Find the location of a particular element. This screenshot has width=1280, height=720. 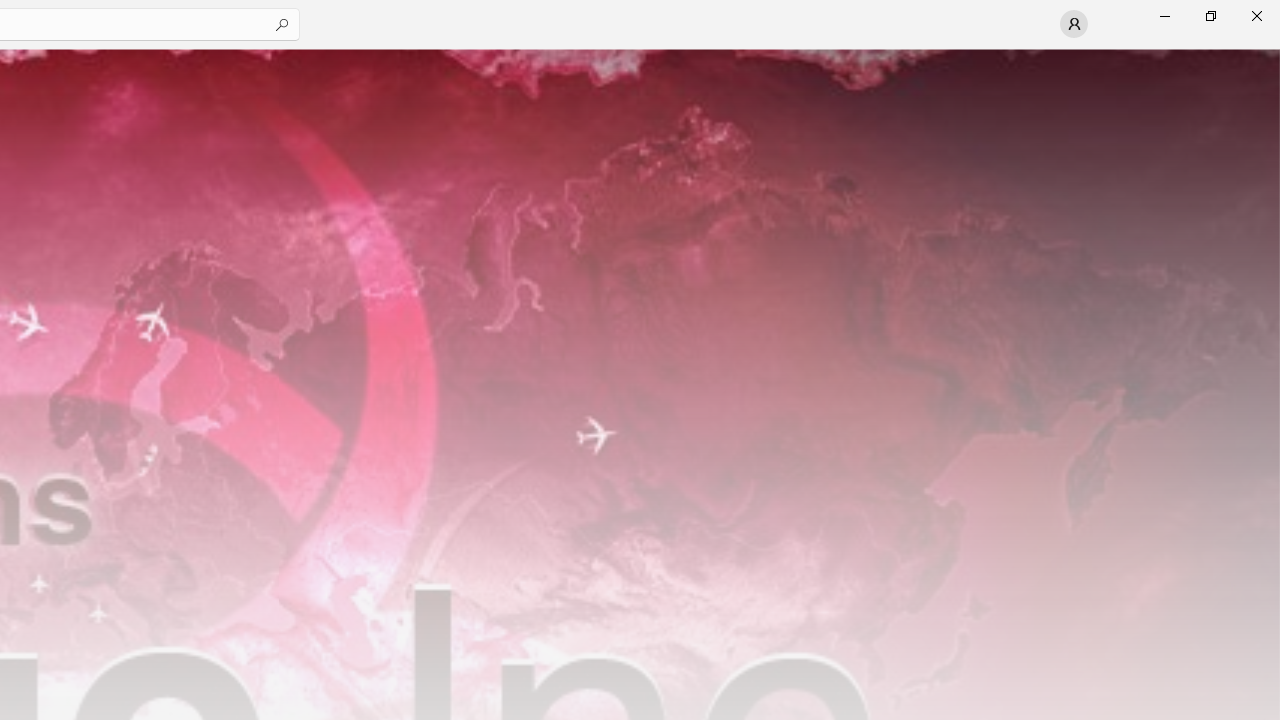

'Close Microsoft Store' is located at coordinates (1255, 15).